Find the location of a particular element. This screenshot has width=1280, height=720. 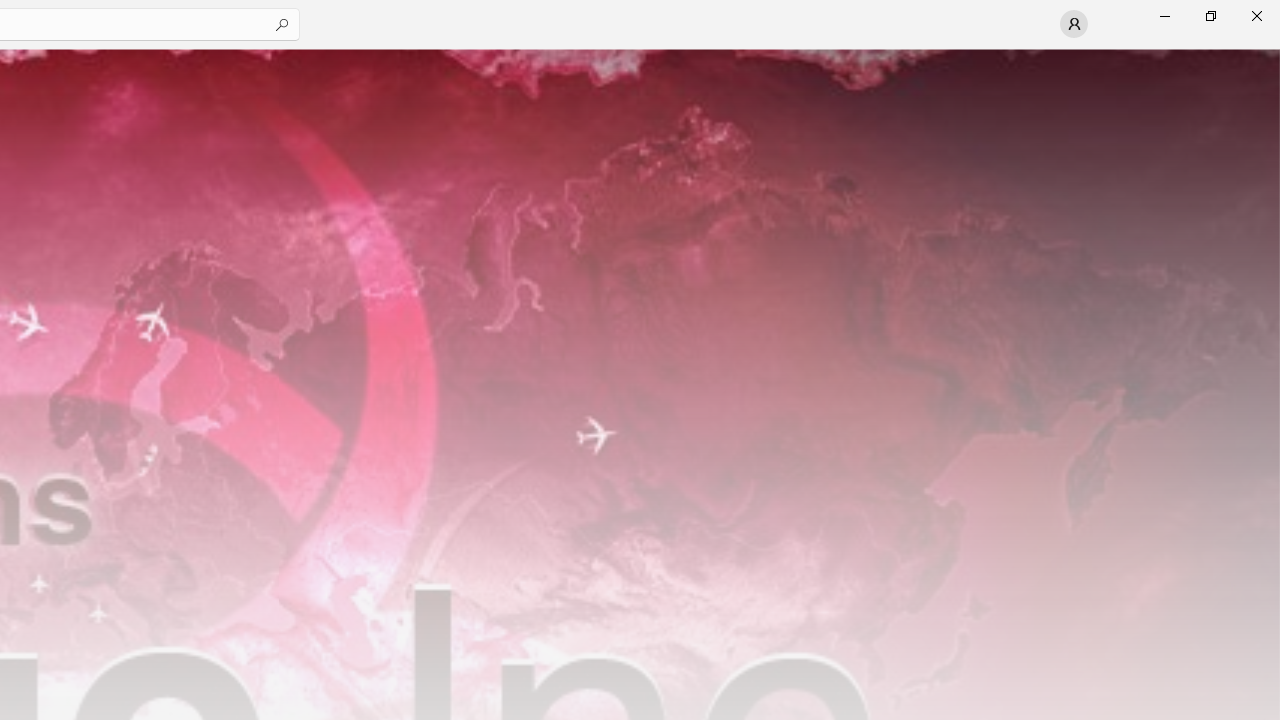

'Close Microsoft Store' is located at coordinates (1255, 15).